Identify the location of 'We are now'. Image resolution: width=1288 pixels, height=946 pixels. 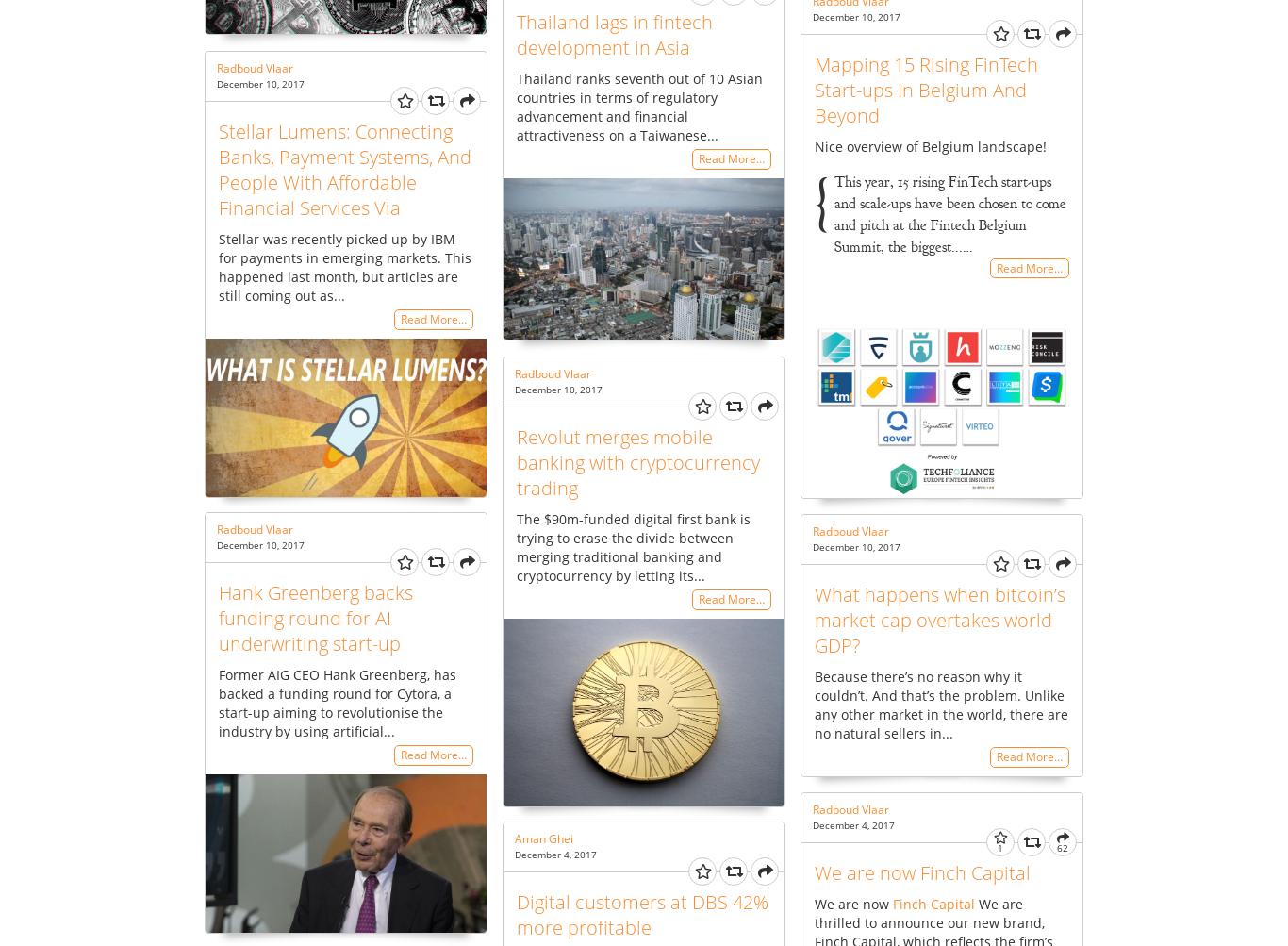
(852, 902).